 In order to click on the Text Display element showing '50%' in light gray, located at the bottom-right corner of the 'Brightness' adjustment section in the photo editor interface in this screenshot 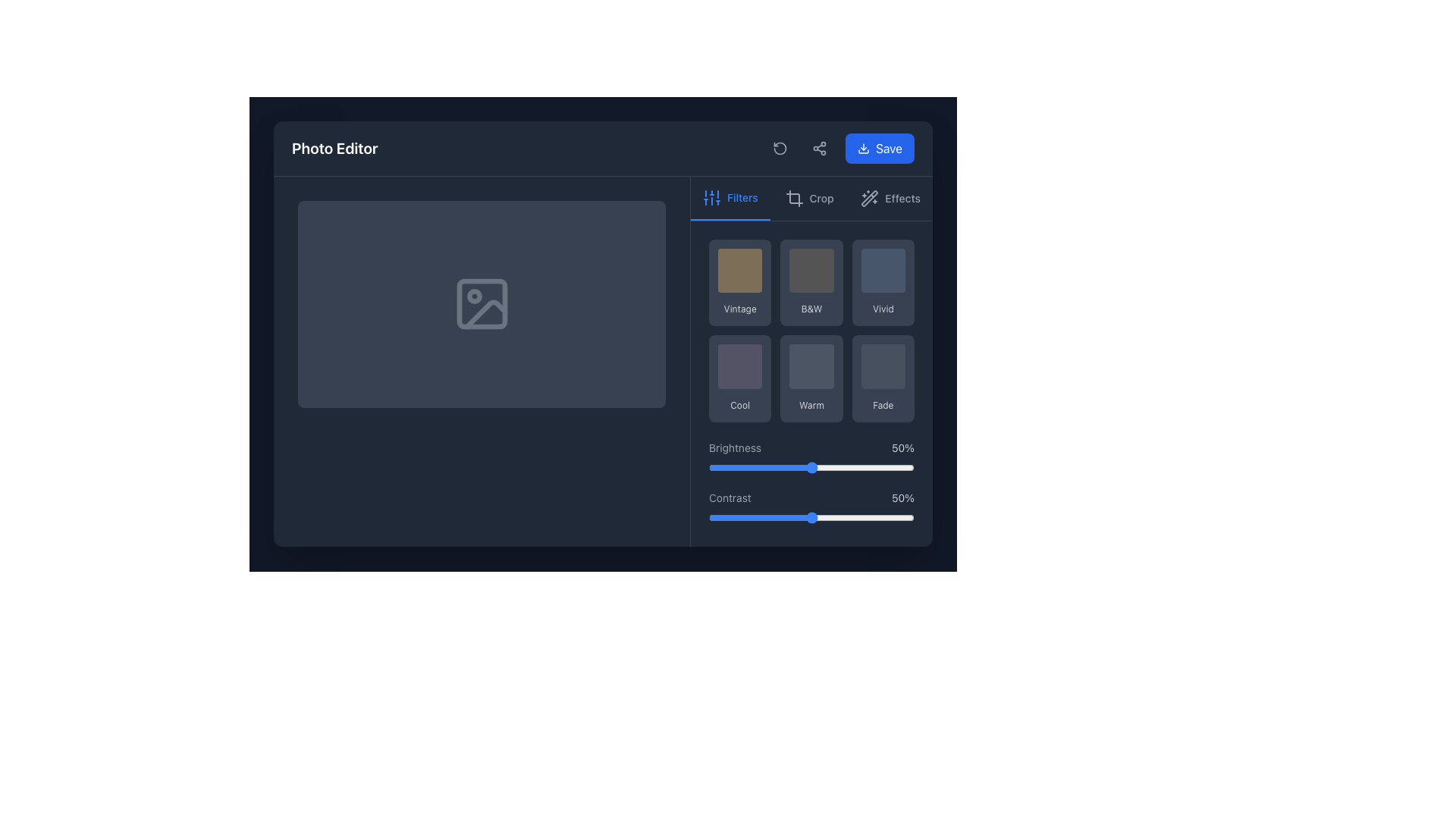, I will do `click(902, 447)`.